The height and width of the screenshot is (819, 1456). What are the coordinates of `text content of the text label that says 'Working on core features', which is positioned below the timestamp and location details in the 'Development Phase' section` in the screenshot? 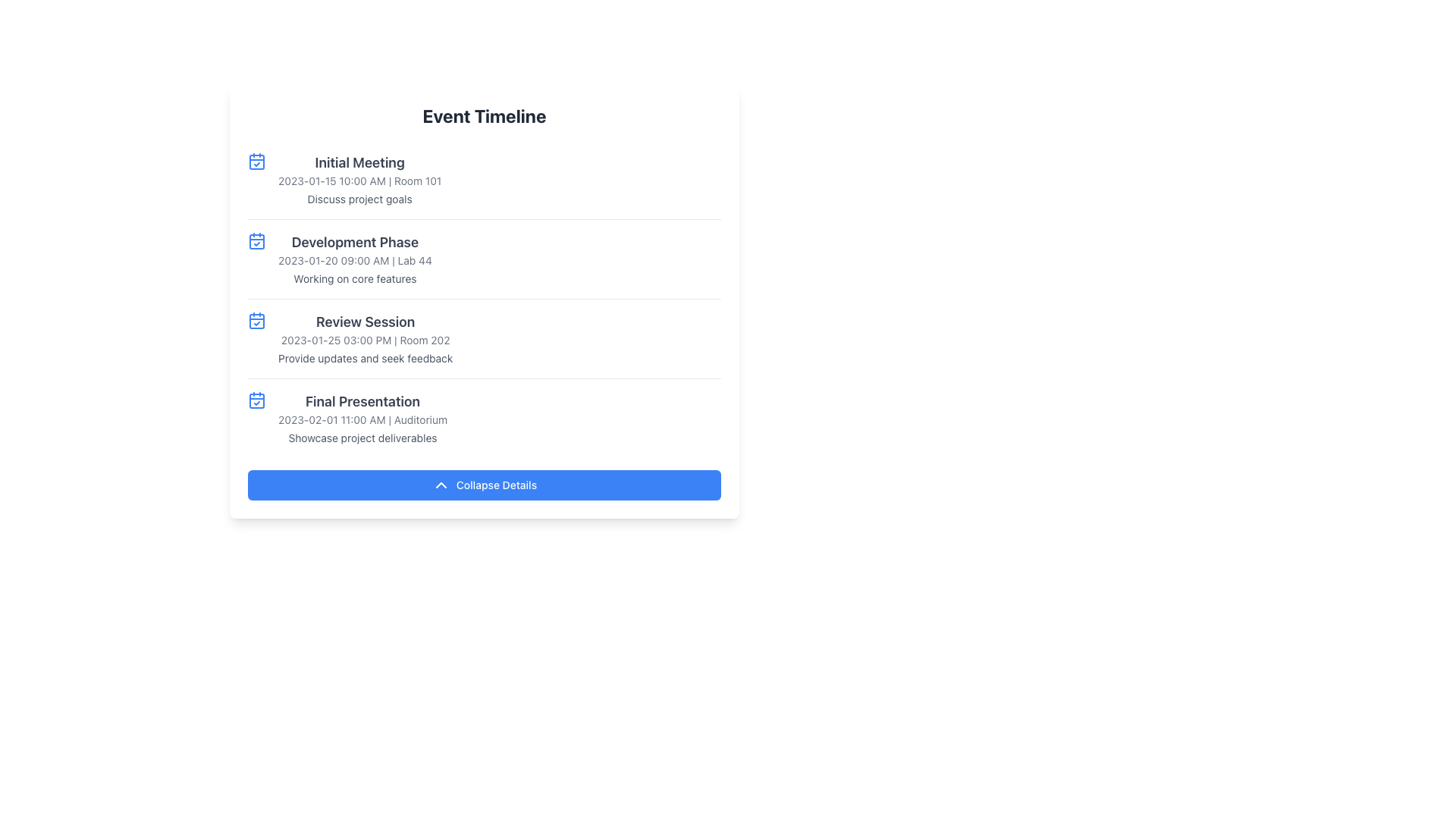 It's located at (354, 278).